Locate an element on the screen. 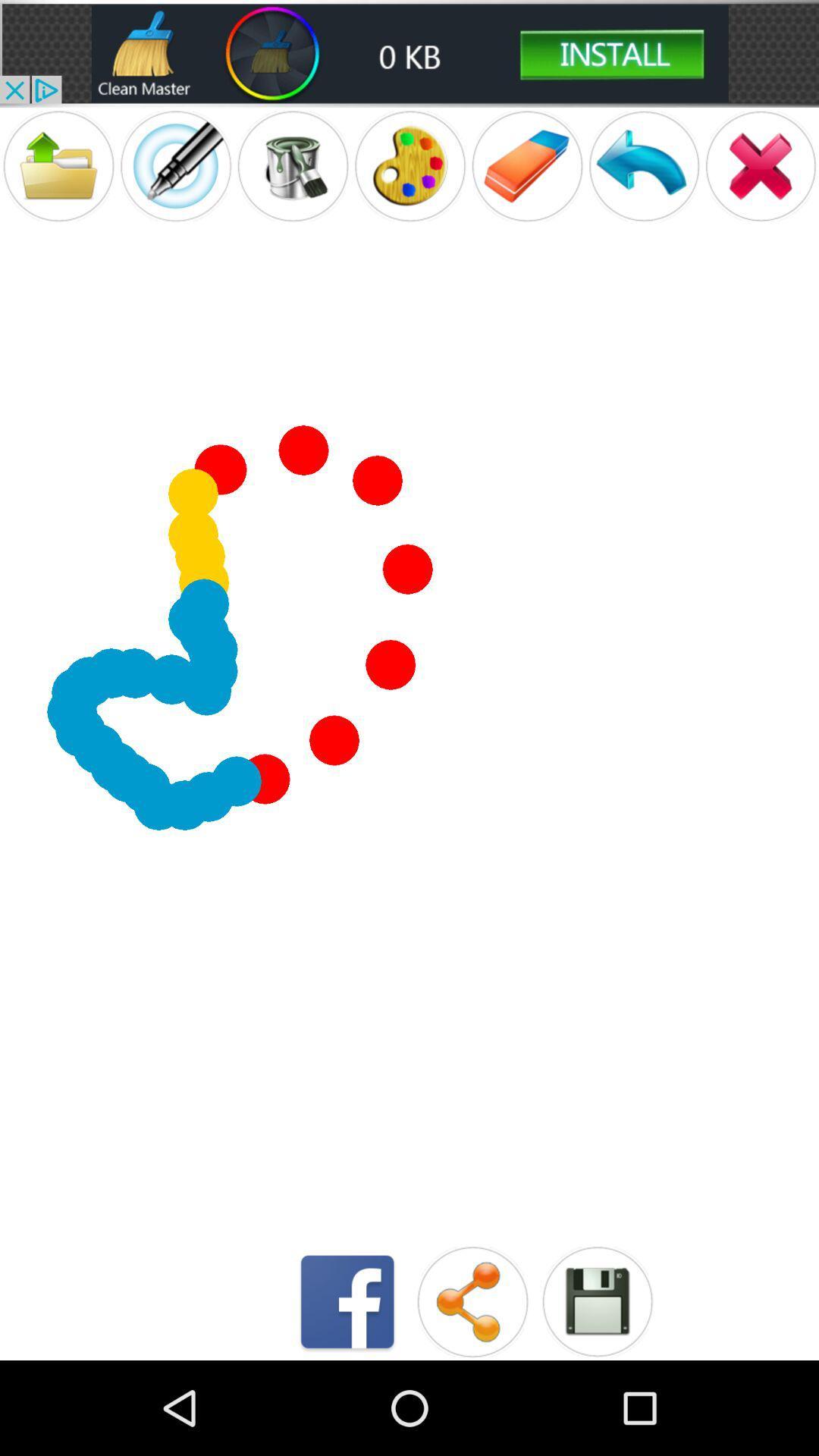 This screenshot has width=819, height=1456. previous is located at coordinates (644, 166).